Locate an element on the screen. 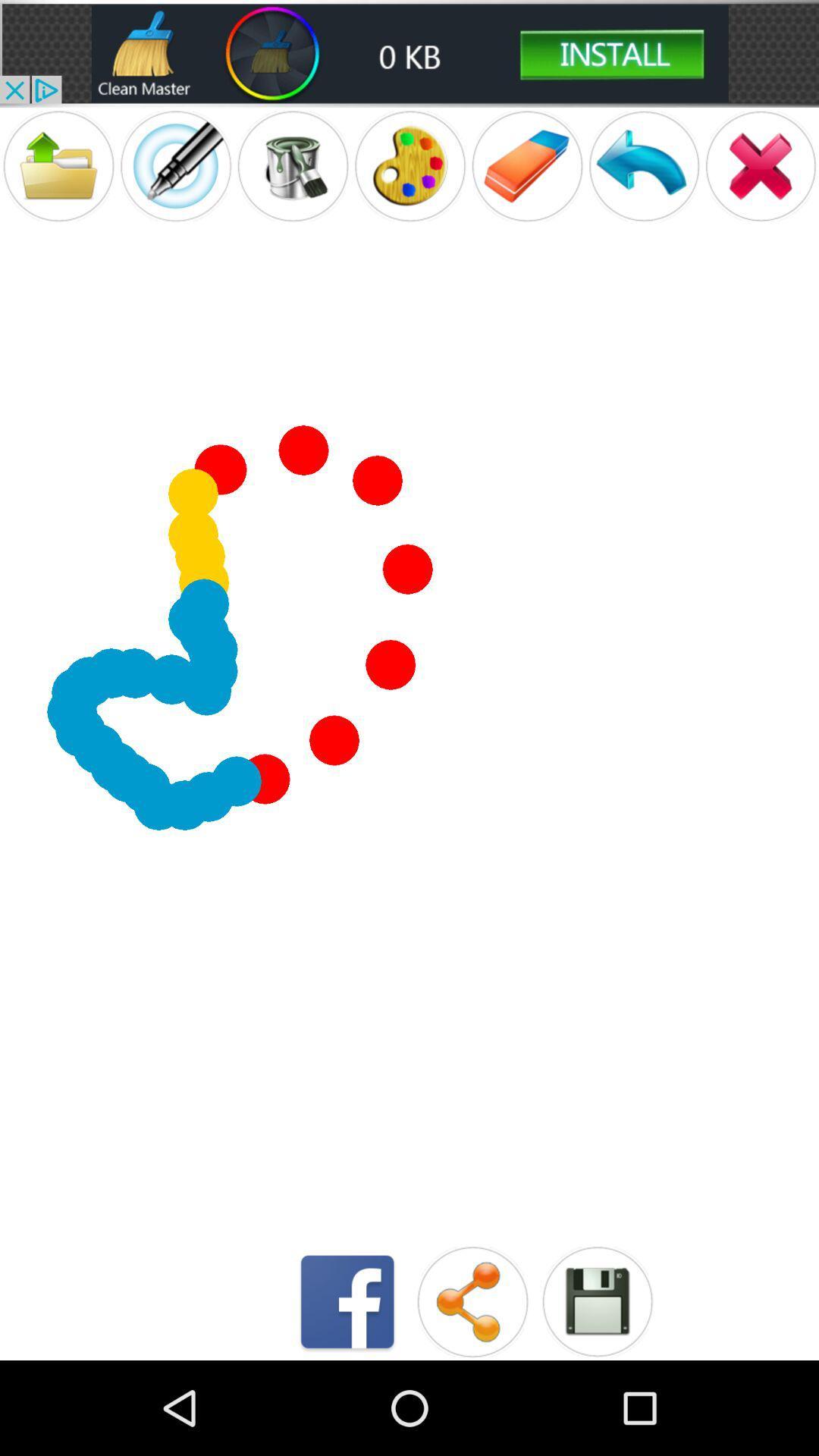 This screenshot has width=819, height=1456. previous is located at coordinates (644, 166).